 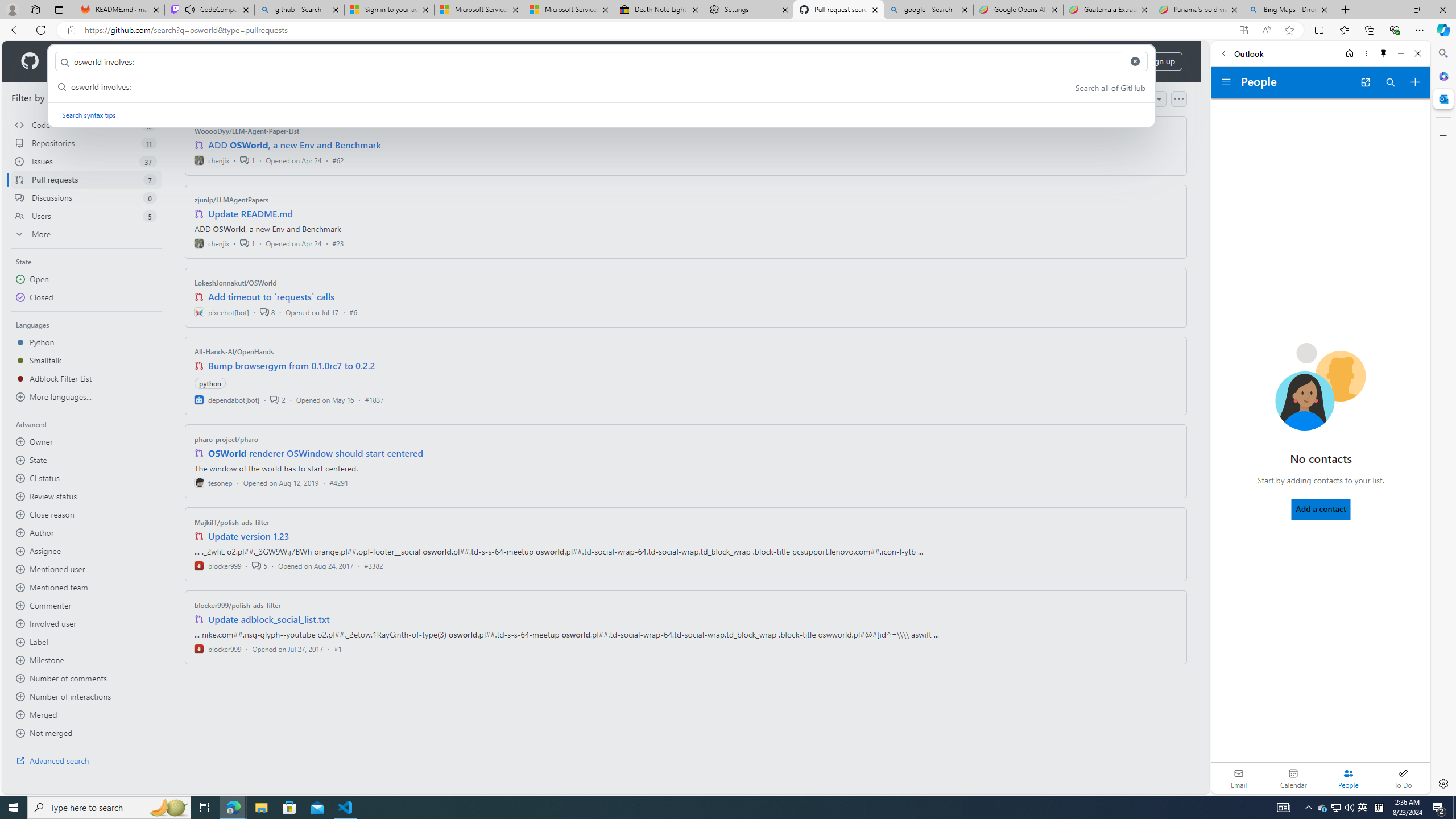 What do you see at coordinates (373, 565) in the screenshot?
I see `'#3382'` at bounding box center [373, 565].